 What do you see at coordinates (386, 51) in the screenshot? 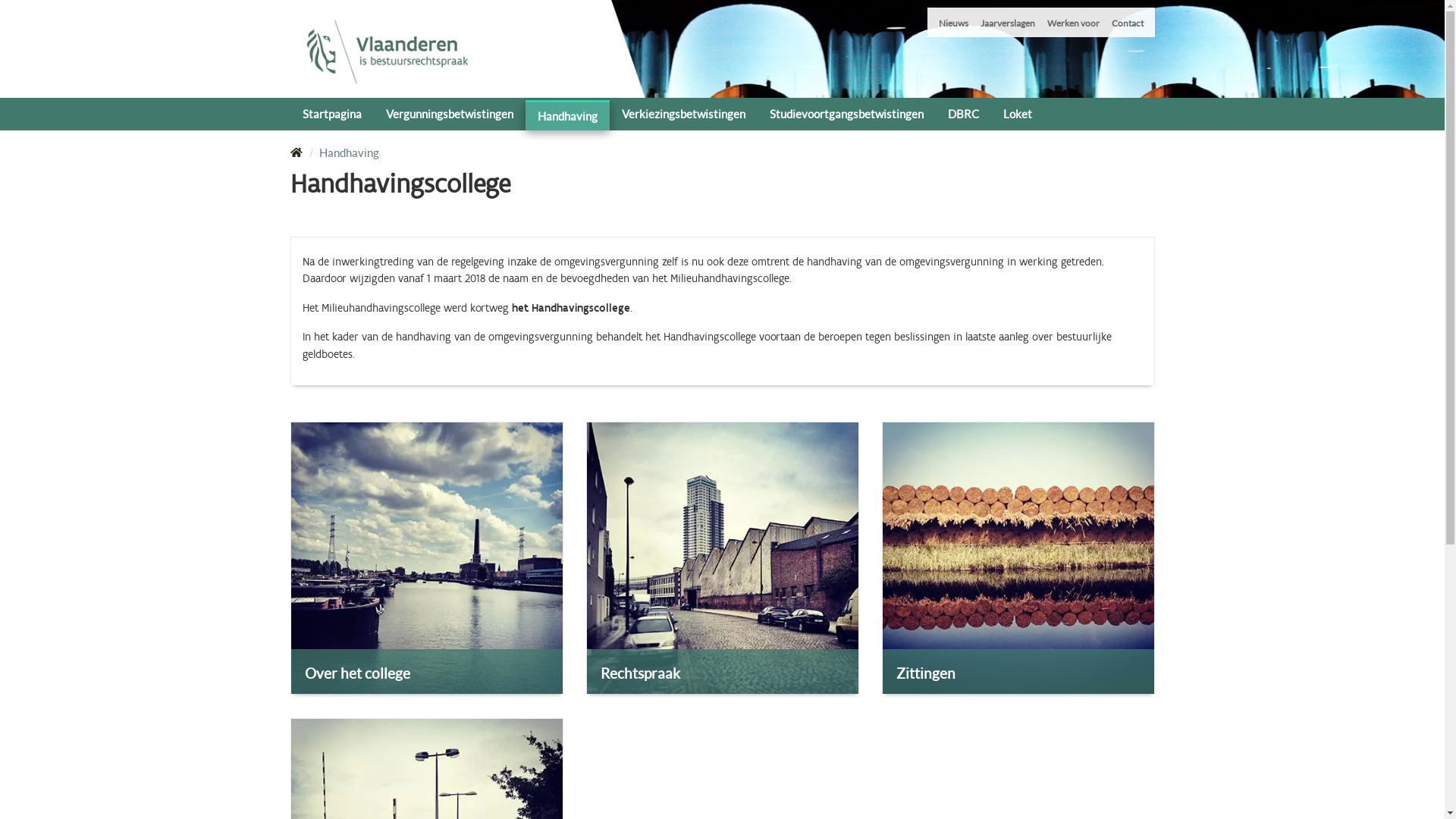
I see `'Ga naar de homepage'` at bounding box center [386, 51].